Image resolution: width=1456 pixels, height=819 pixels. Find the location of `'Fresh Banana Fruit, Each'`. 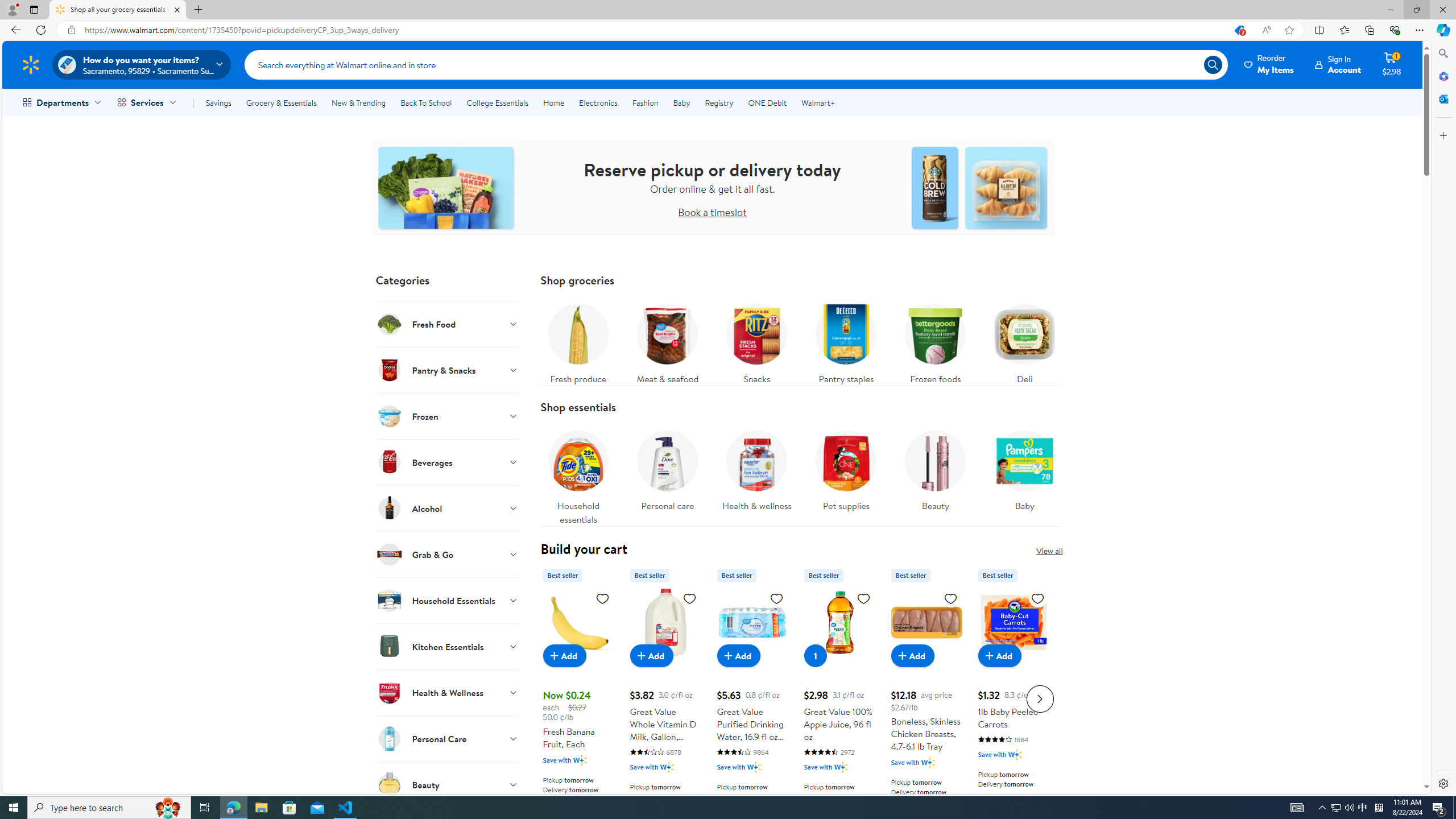

'Fresh Banana Fruit, Each' is located at coordinates (578, 697).